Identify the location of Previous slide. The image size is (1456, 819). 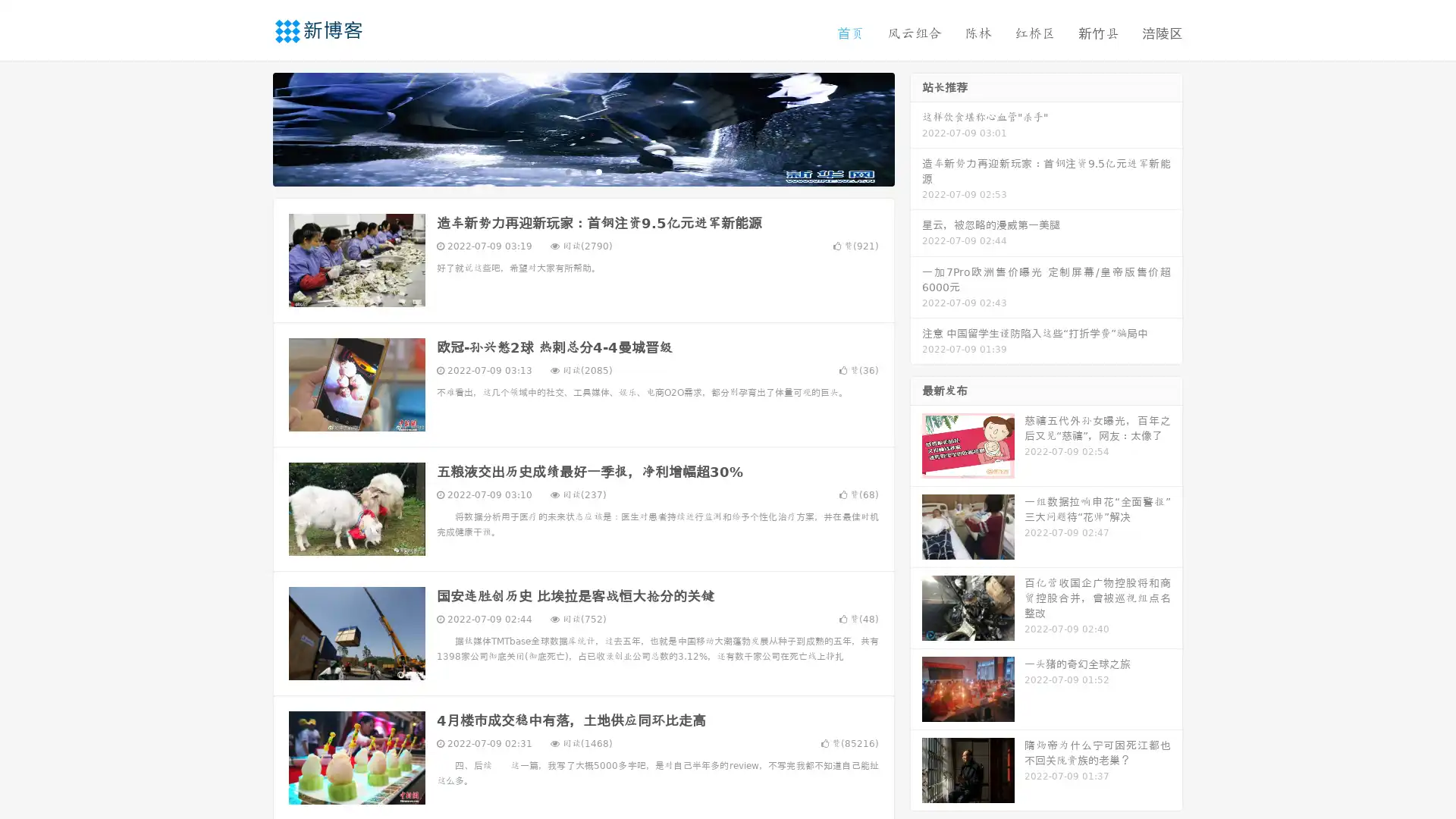
(250, 127).